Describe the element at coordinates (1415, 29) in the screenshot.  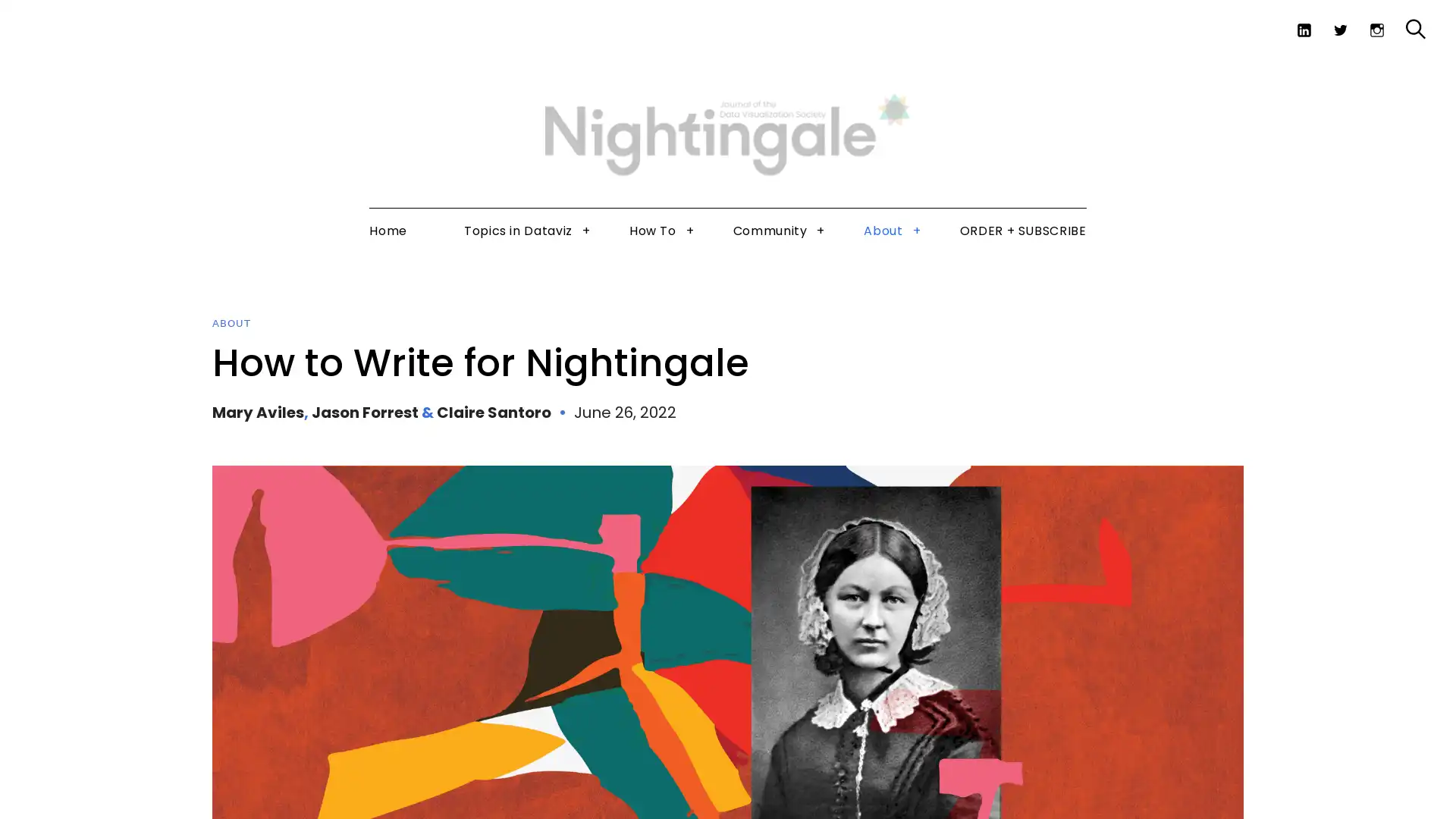
I see `Search` at that location.